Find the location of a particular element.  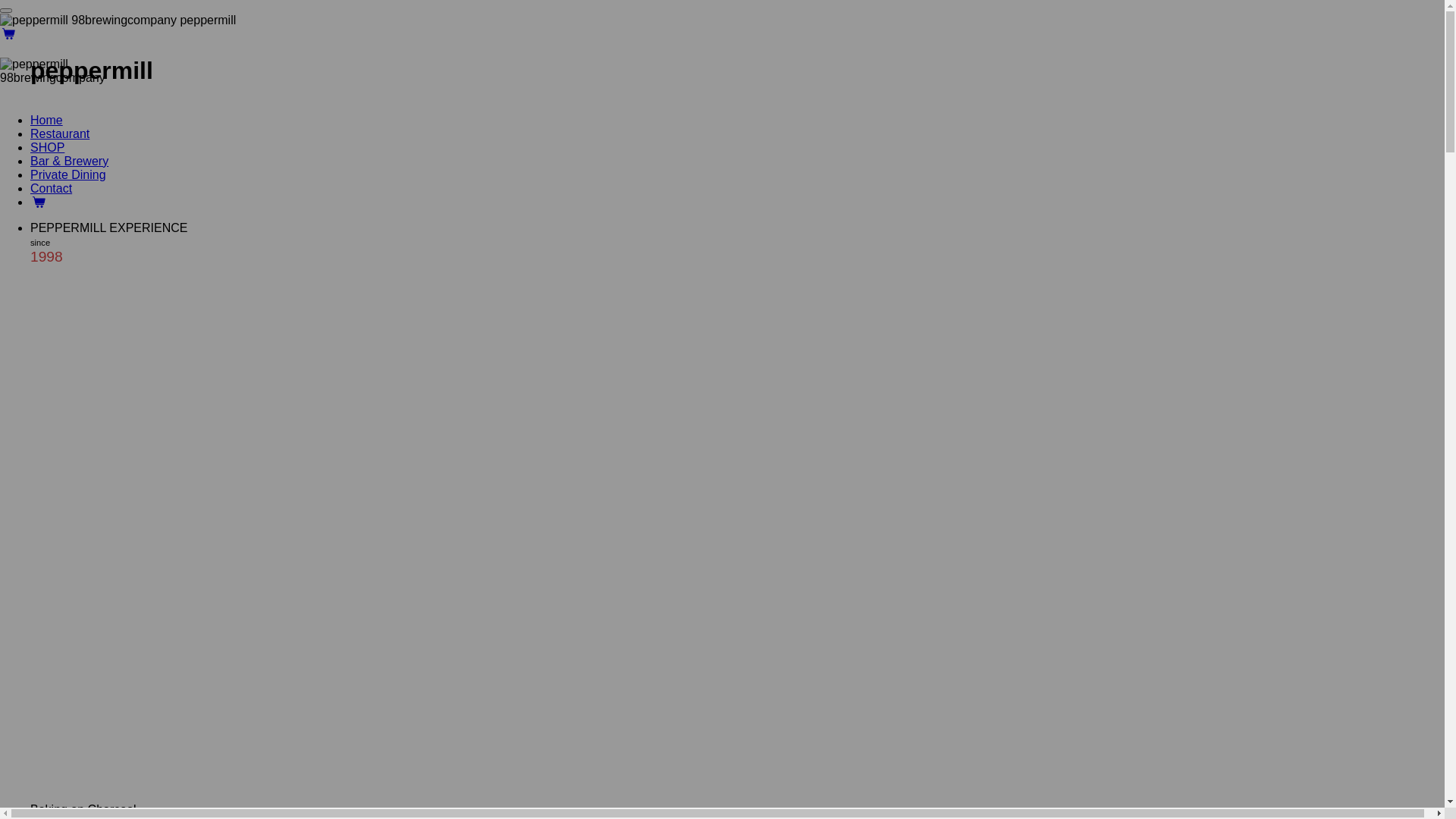

'Home' is located at coordinates (30, 119).